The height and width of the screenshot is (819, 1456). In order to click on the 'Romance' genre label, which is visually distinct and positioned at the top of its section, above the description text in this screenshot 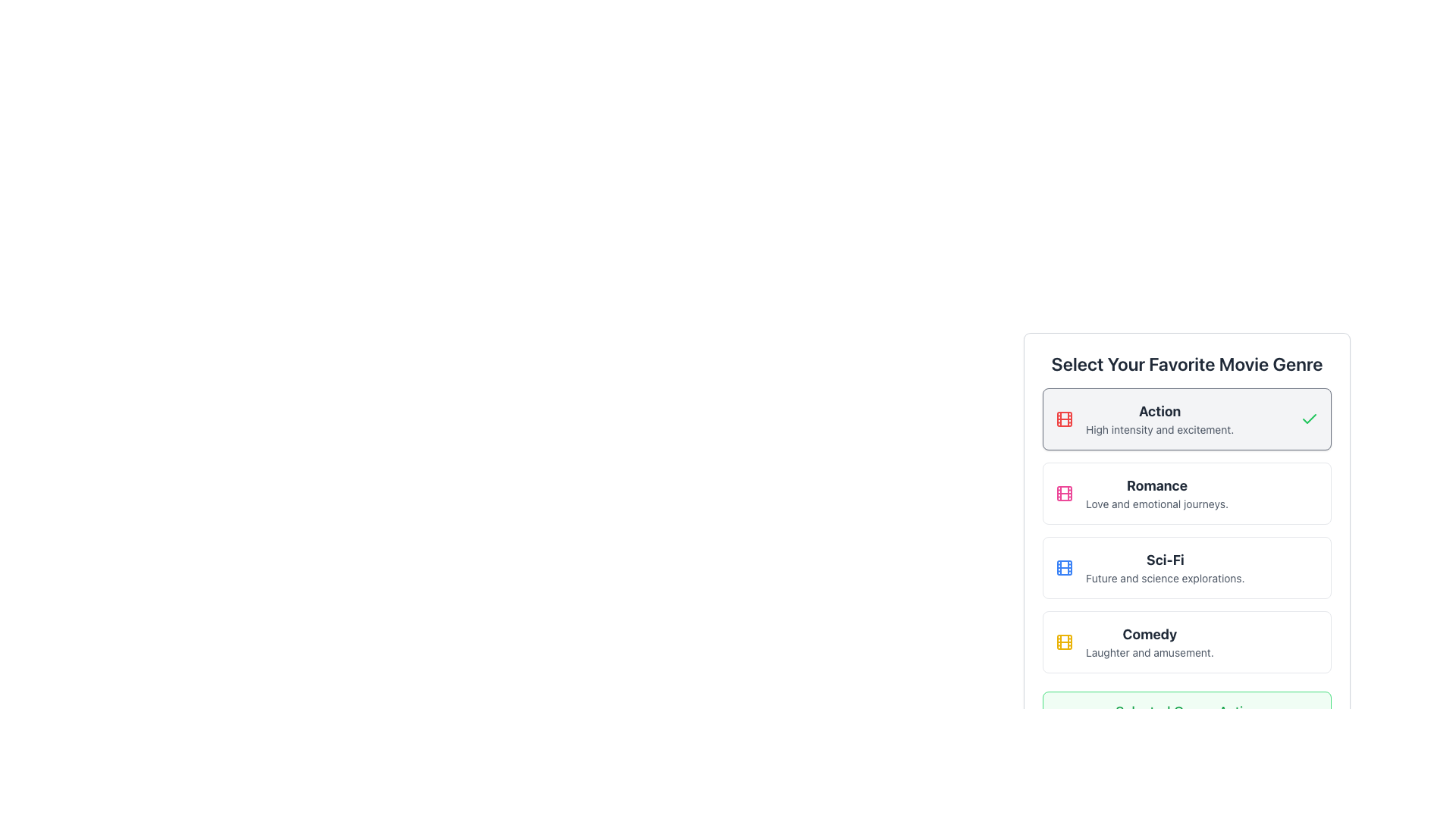, I will do `click(1156, 485)`.